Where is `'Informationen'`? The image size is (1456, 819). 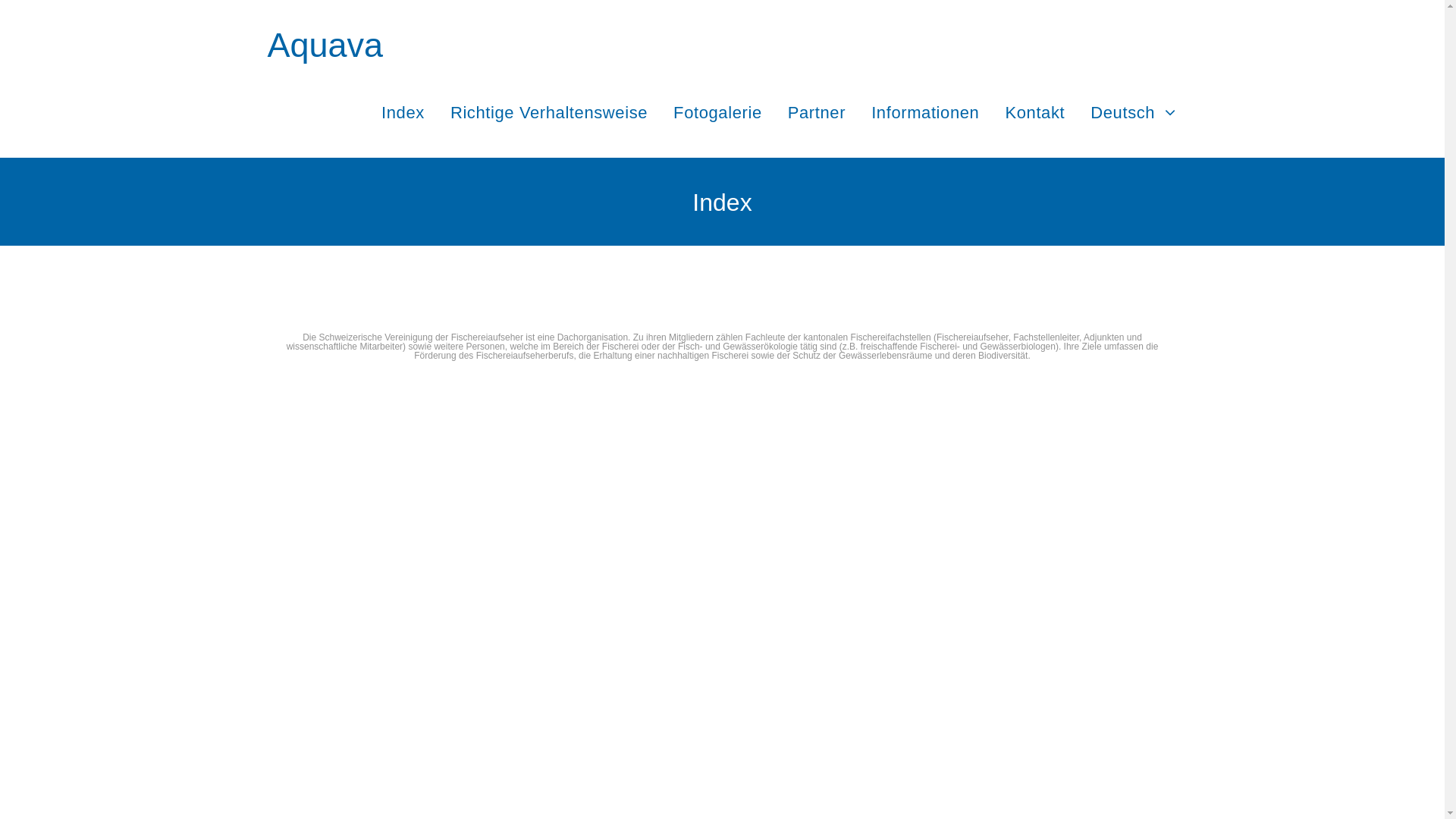 'Informationen' is located at coordinates (924, 111).